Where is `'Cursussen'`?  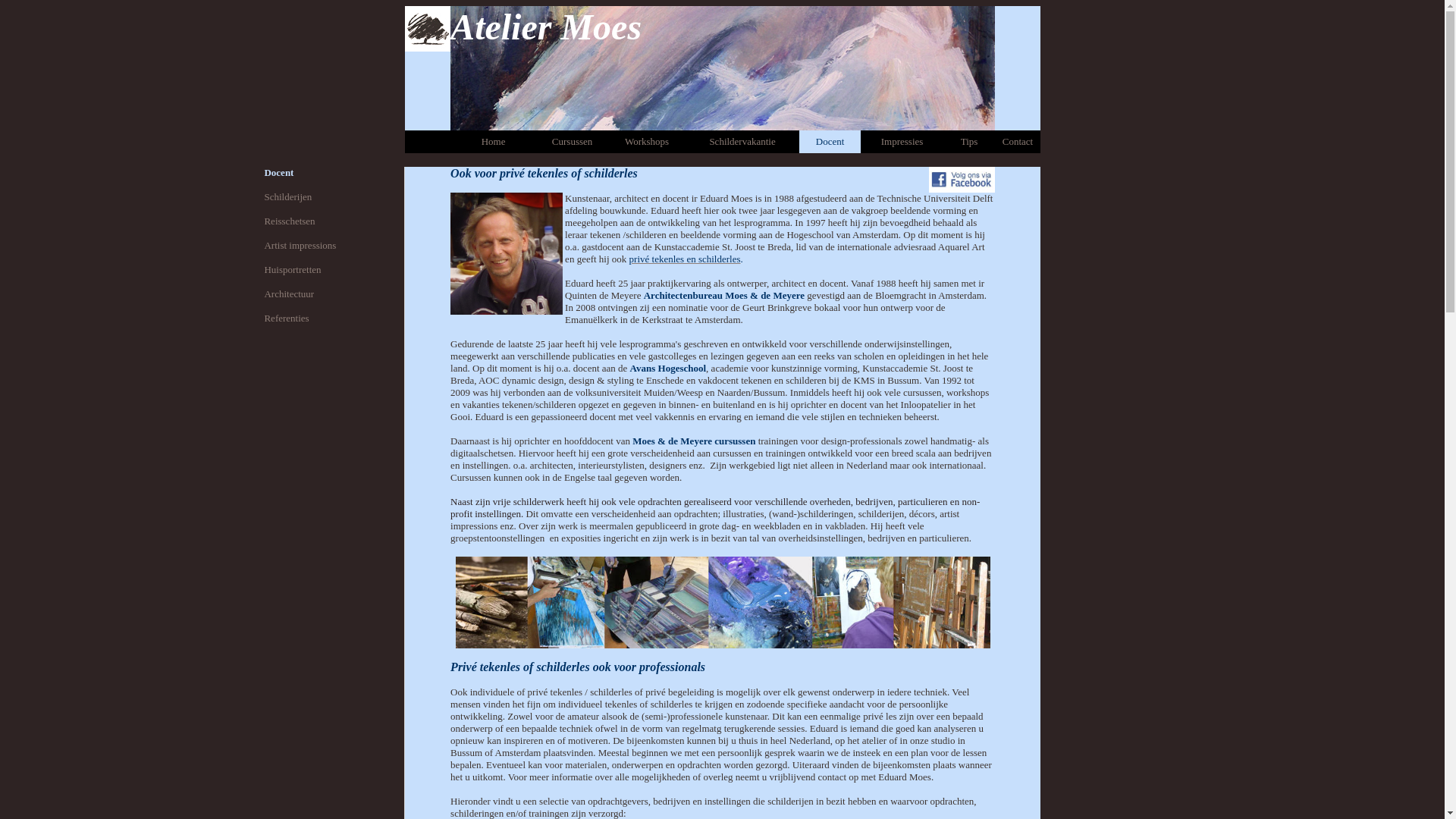
'Cursussen' is located at coordinates (571, 141).